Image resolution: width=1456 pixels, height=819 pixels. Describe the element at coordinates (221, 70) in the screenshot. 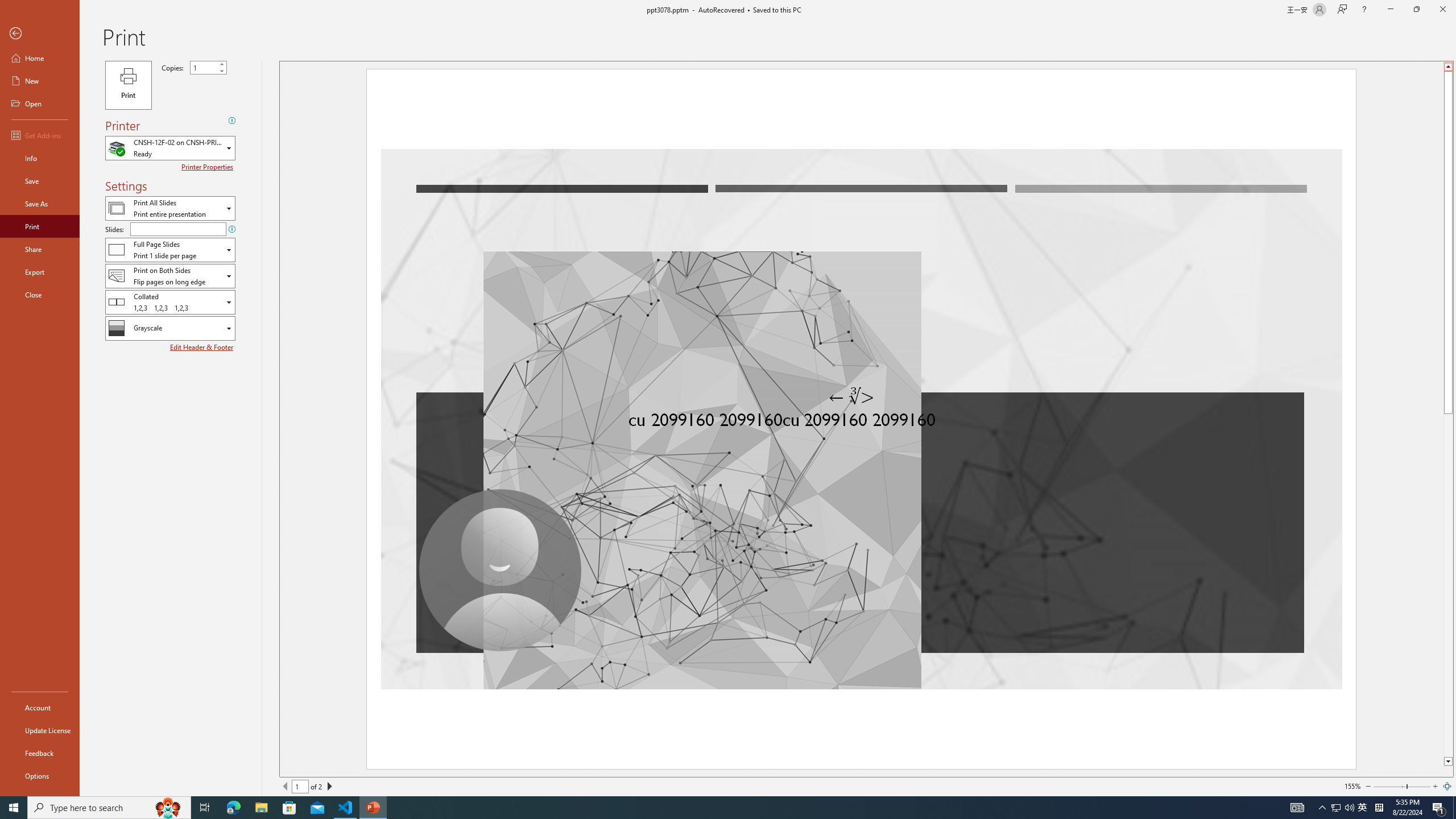

I see `'Less'` at that location.